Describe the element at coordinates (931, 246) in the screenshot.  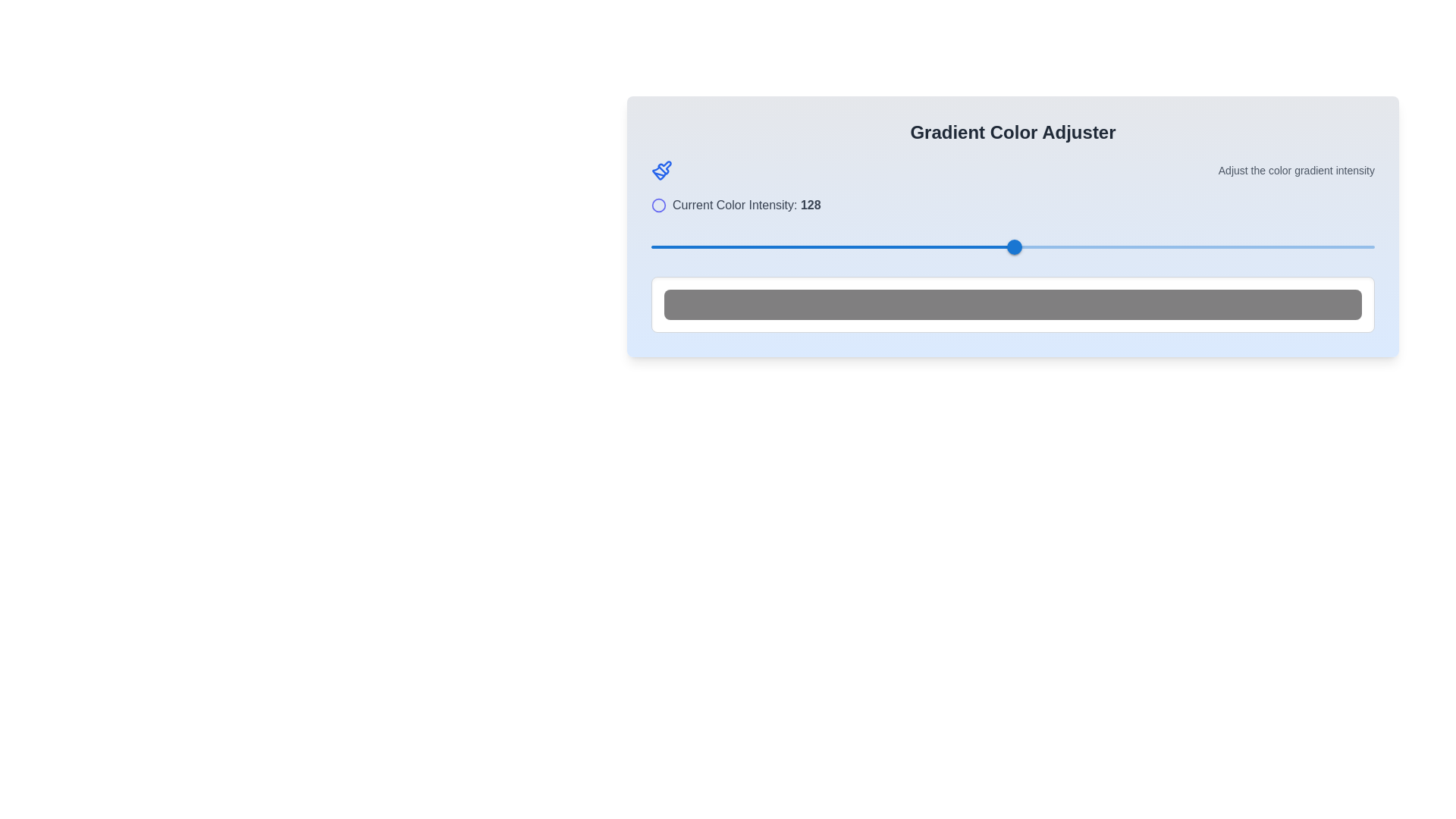
I see `the gradient color intensity` at that location.